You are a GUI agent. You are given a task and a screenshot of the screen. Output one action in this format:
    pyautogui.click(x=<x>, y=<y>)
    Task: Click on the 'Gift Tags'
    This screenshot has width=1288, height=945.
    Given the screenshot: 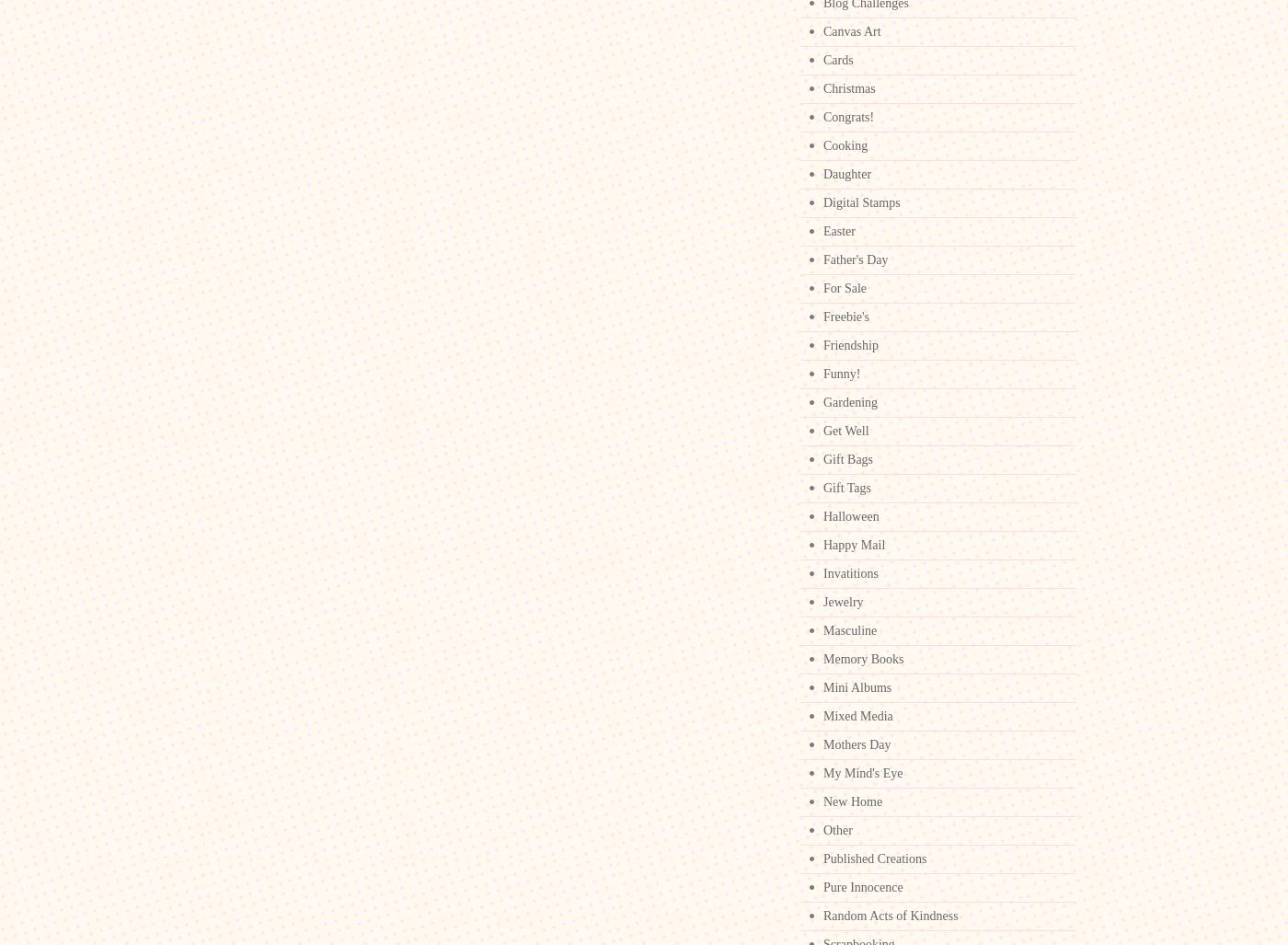 What is the action you would take?
    pyautogui.click(x=846, y=487)
    